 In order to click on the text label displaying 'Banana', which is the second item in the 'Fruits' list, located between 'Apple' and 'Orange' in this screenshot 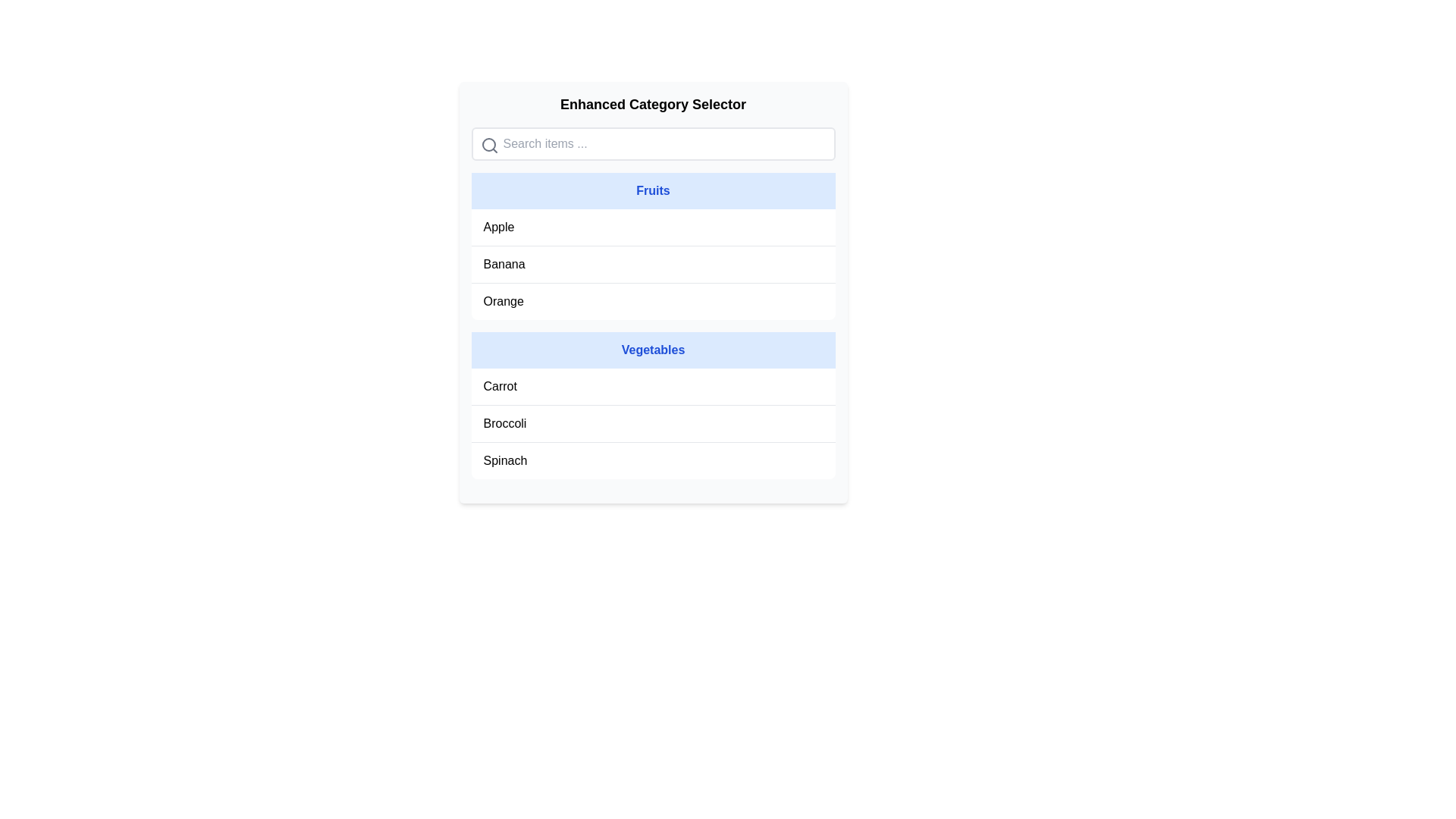, I will do `click(504, 263)`.